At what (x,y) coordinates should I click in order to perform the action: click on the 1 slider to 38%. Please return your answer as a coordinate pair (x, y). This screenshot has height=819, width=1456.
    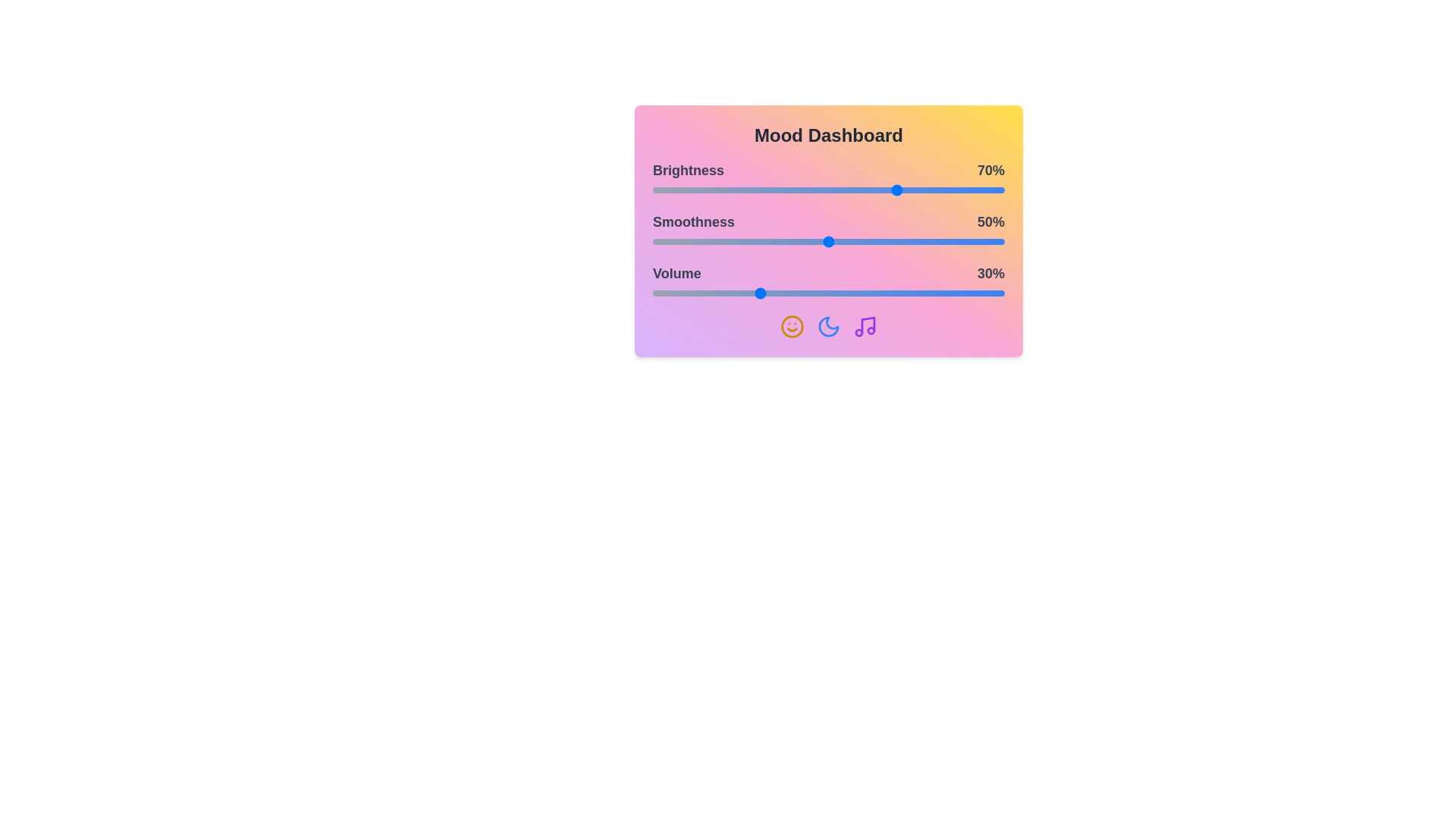
    Looking at the image, I should click on (786, 241).